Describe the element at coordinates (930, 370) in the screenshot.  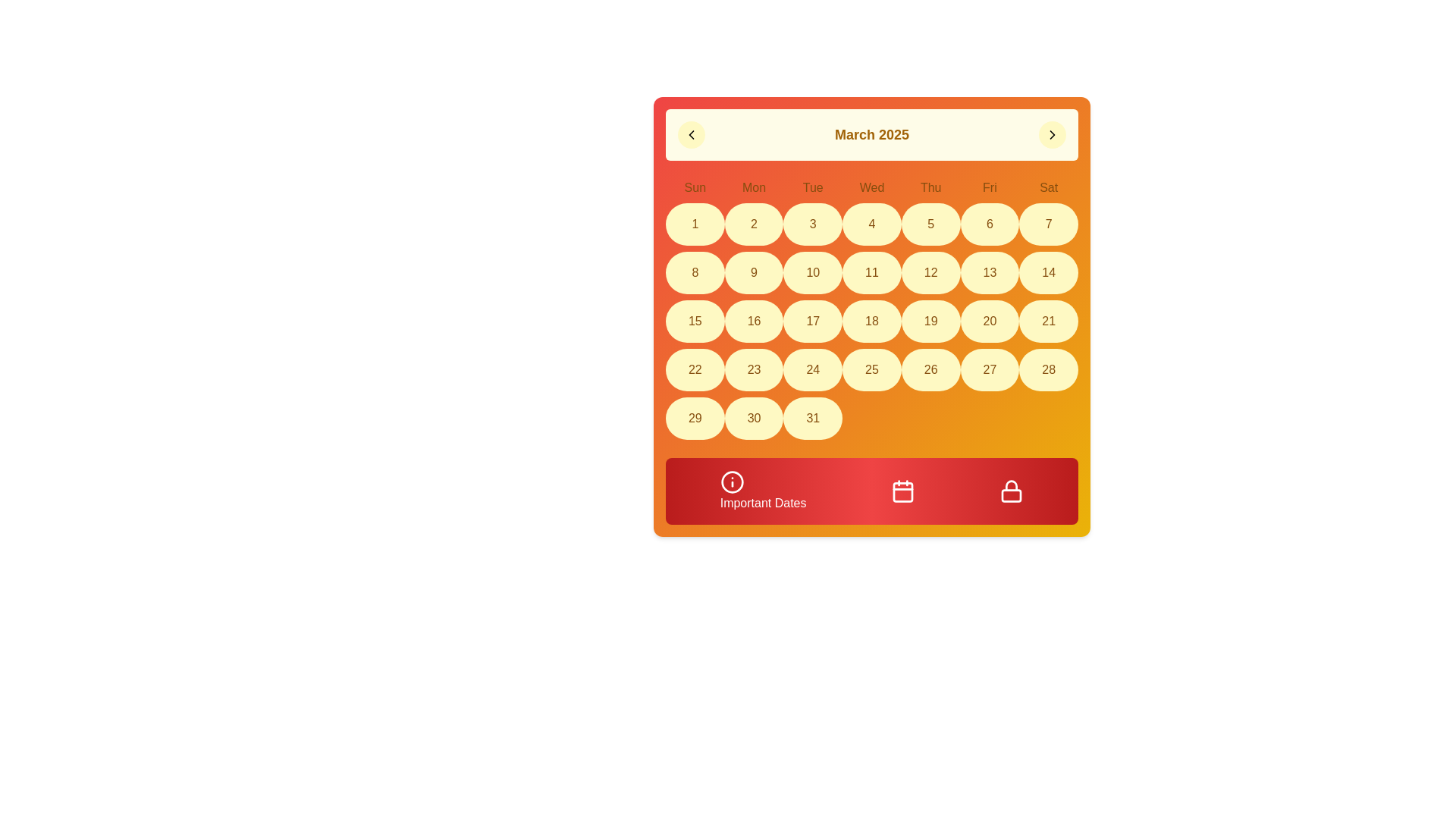
I see `the button representing the 26th day in the calendar located under 'Thu' in the grid layout` at that location.